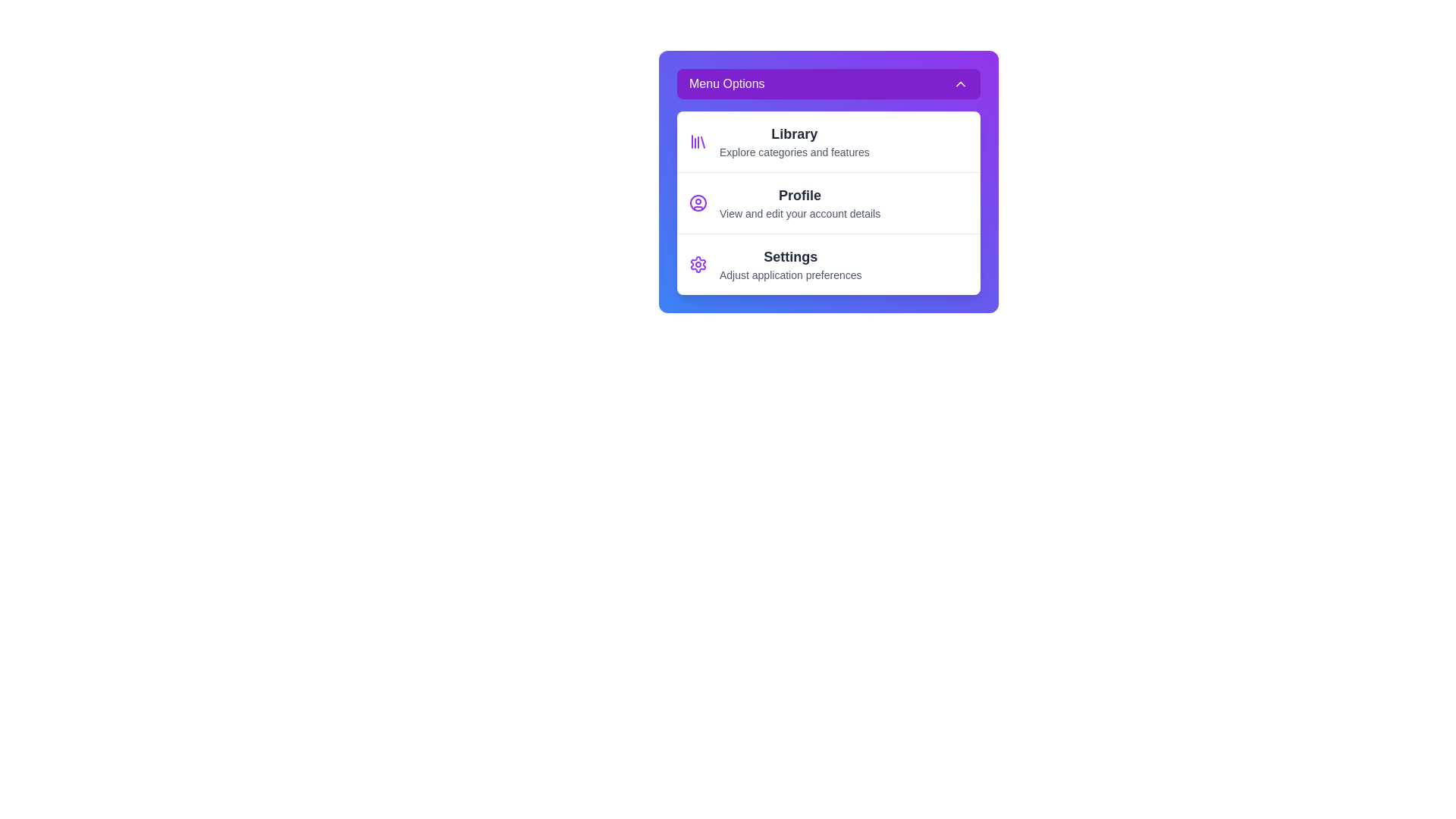 The width and height of the screenshot is (1456, 819). Describe the element at coordinates (698, 263) in the screenshot. I see `the 'Settings' icon located to the left of the text 'Settings Adjust application preferences' in the menu panel` at that location.